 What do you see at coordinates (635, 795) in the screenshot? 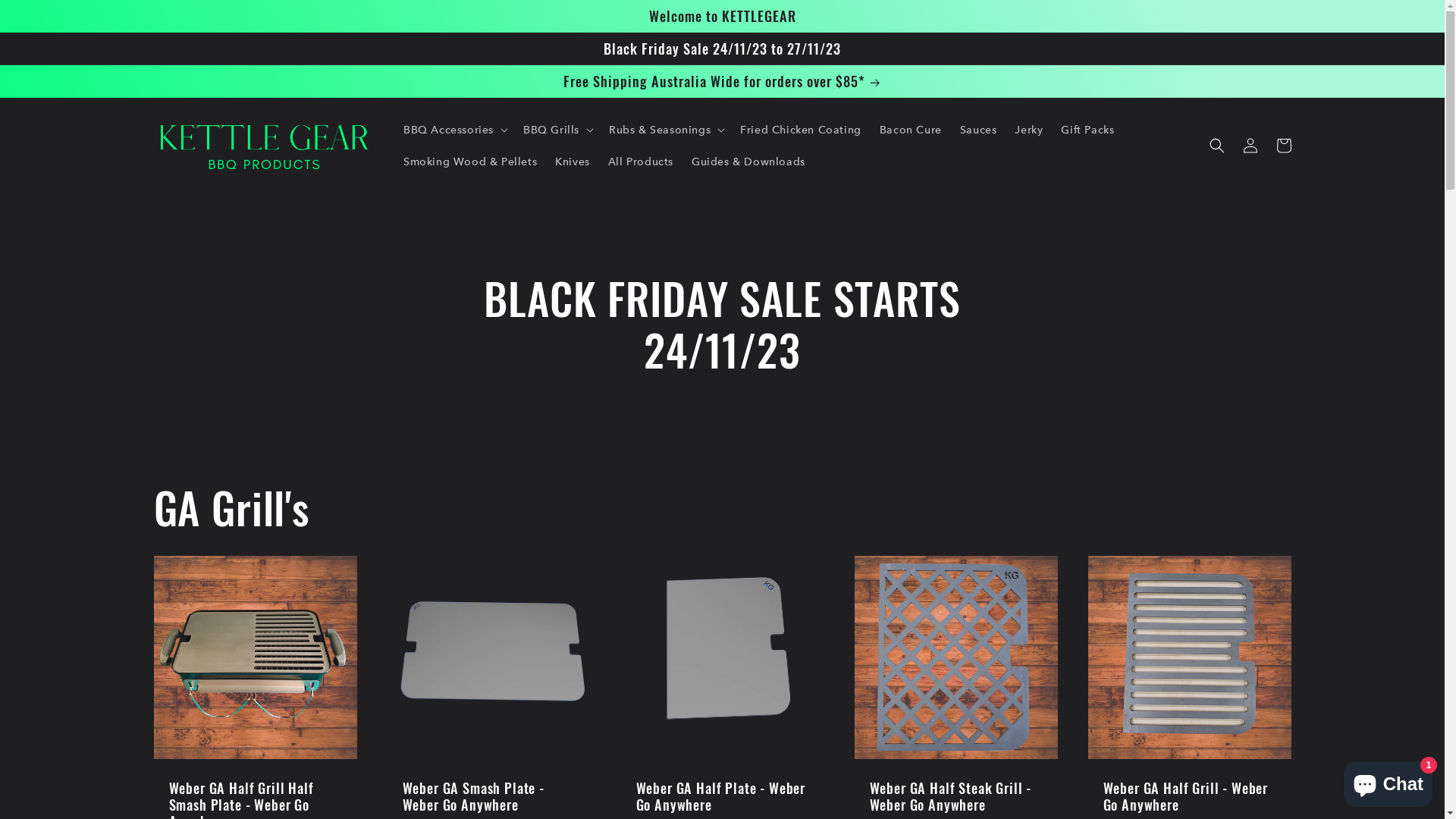
I see `'Weber GA Half Plate - Weber Go Anywhere'` at bounding box center [635, 795].